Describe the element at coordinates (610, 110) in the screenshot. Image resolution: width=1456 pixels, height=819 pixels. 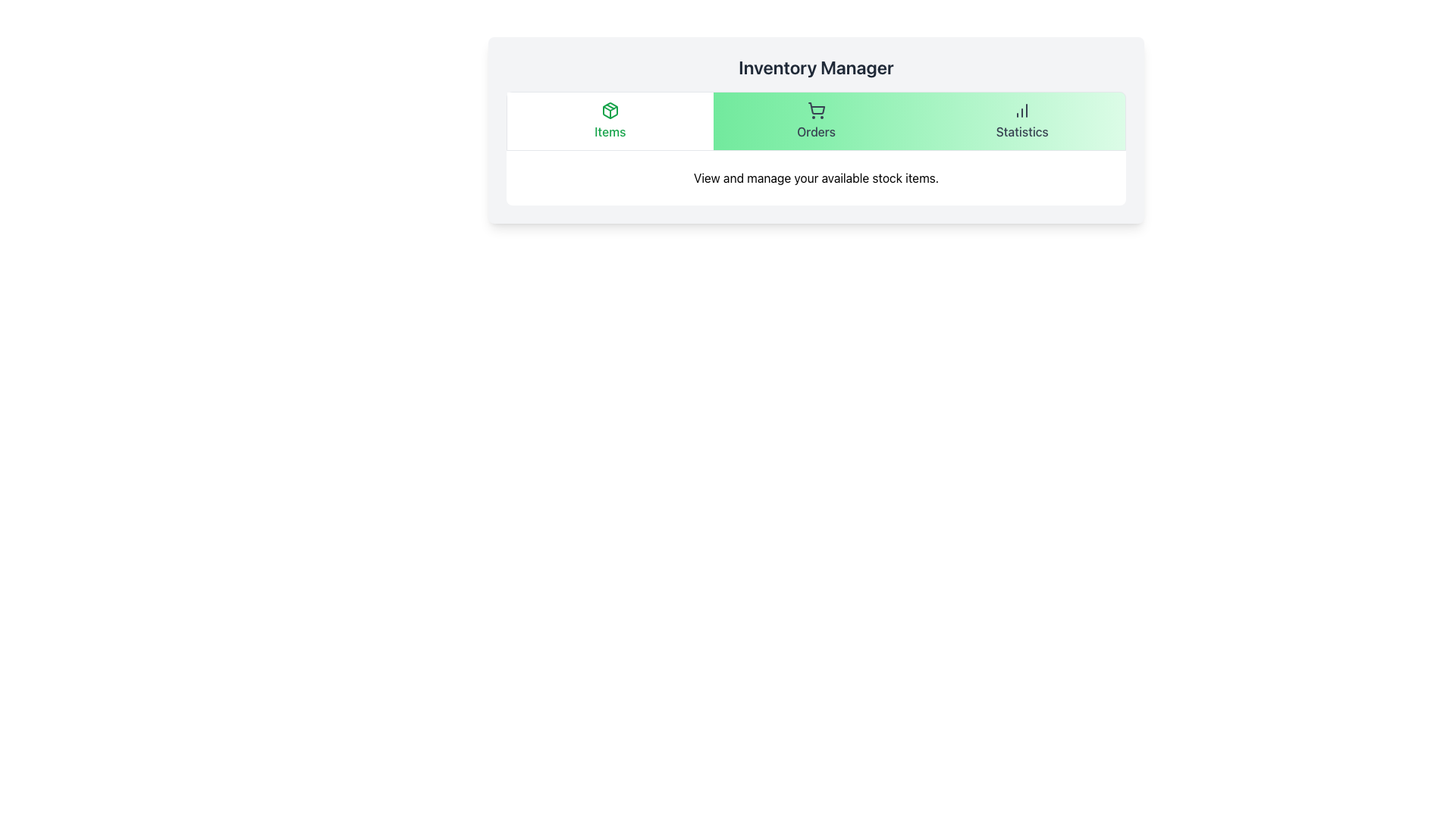
I see `the 'Items' icon located above the text label 'Items'` at that location.